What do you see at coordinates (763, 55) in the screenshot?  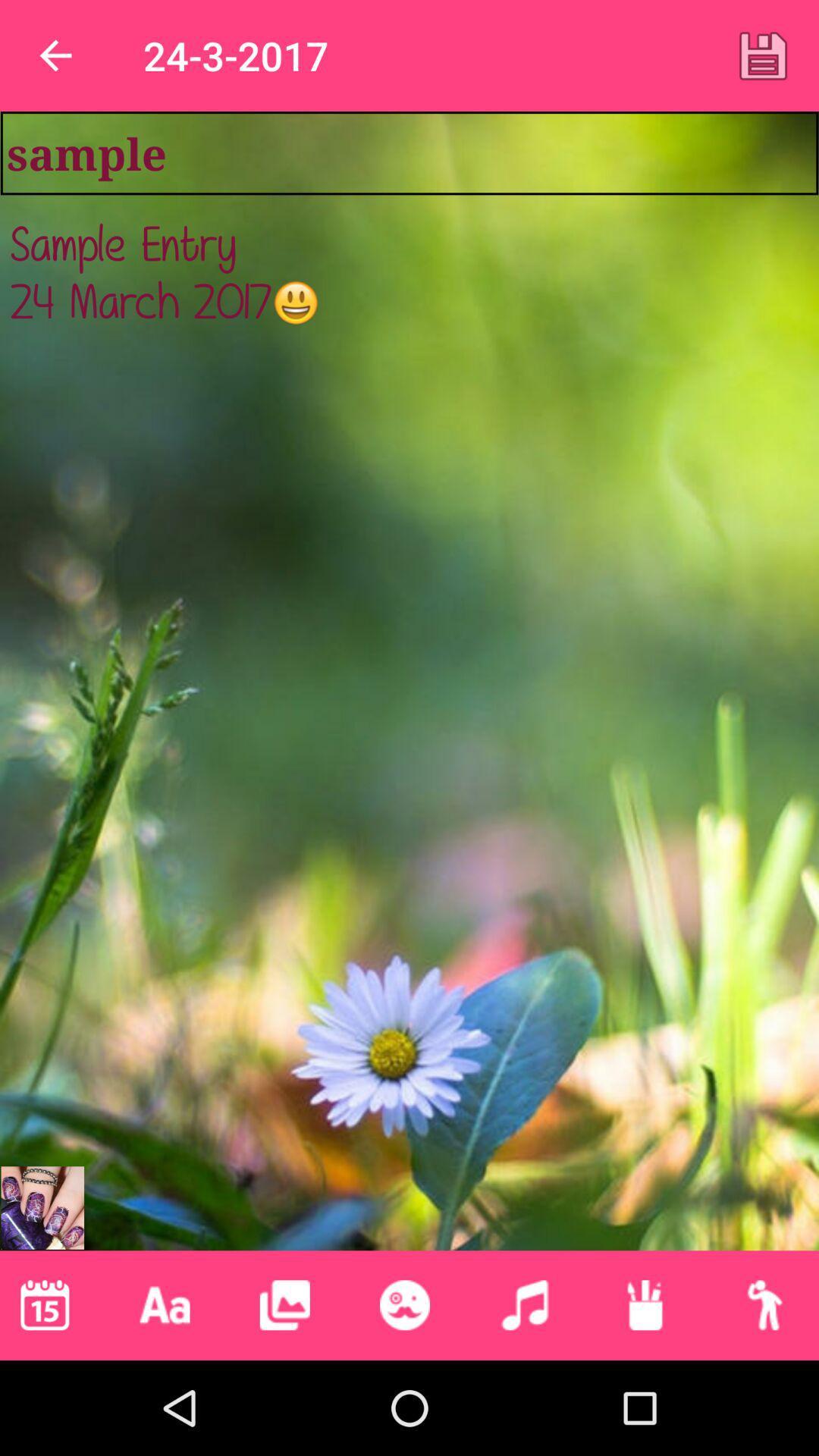 I see `item to the right of 24-3-2017` at bounding box center [763, 55].